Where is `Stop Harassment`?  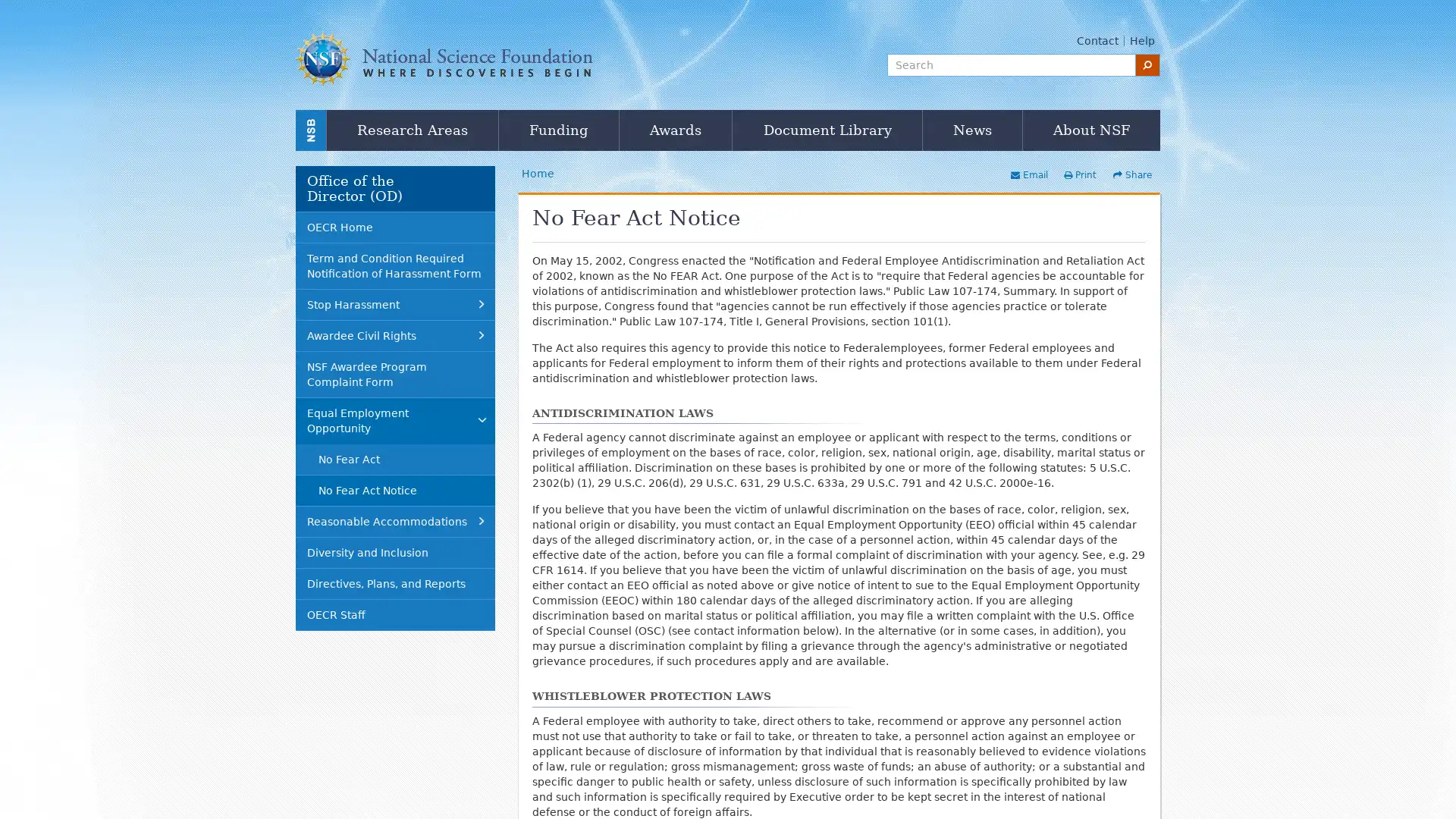
Stop Harassment is located at coordinates (395, 304).